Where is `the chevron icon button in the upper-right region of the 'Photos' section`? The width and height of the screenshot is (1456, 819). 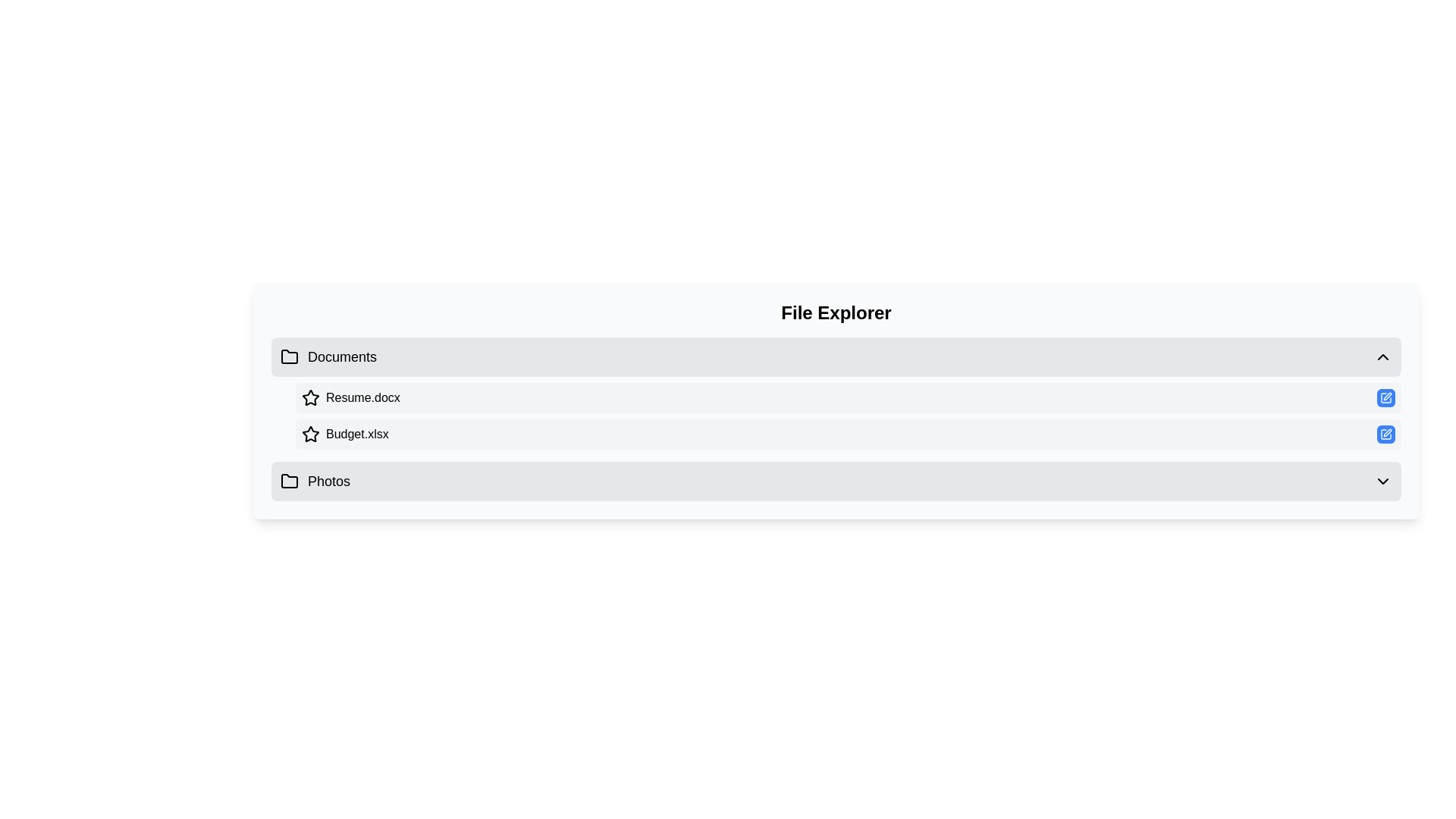 the chevron icon button in the upper-right region of the 'Photos' section is located at coordinates (1383, 482).